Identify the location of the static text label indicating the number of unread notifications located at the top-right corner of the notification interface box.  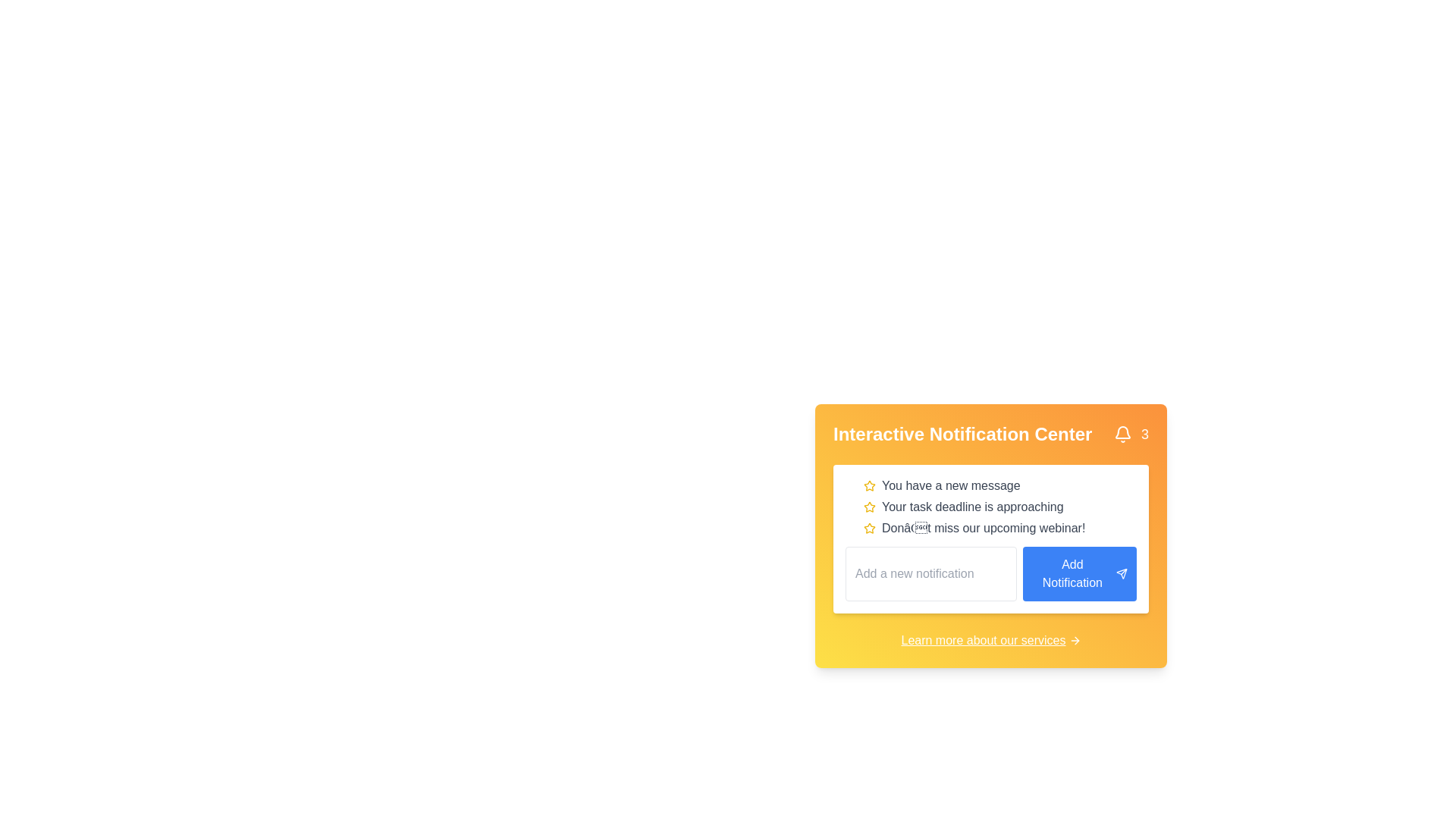
(1145, 435).